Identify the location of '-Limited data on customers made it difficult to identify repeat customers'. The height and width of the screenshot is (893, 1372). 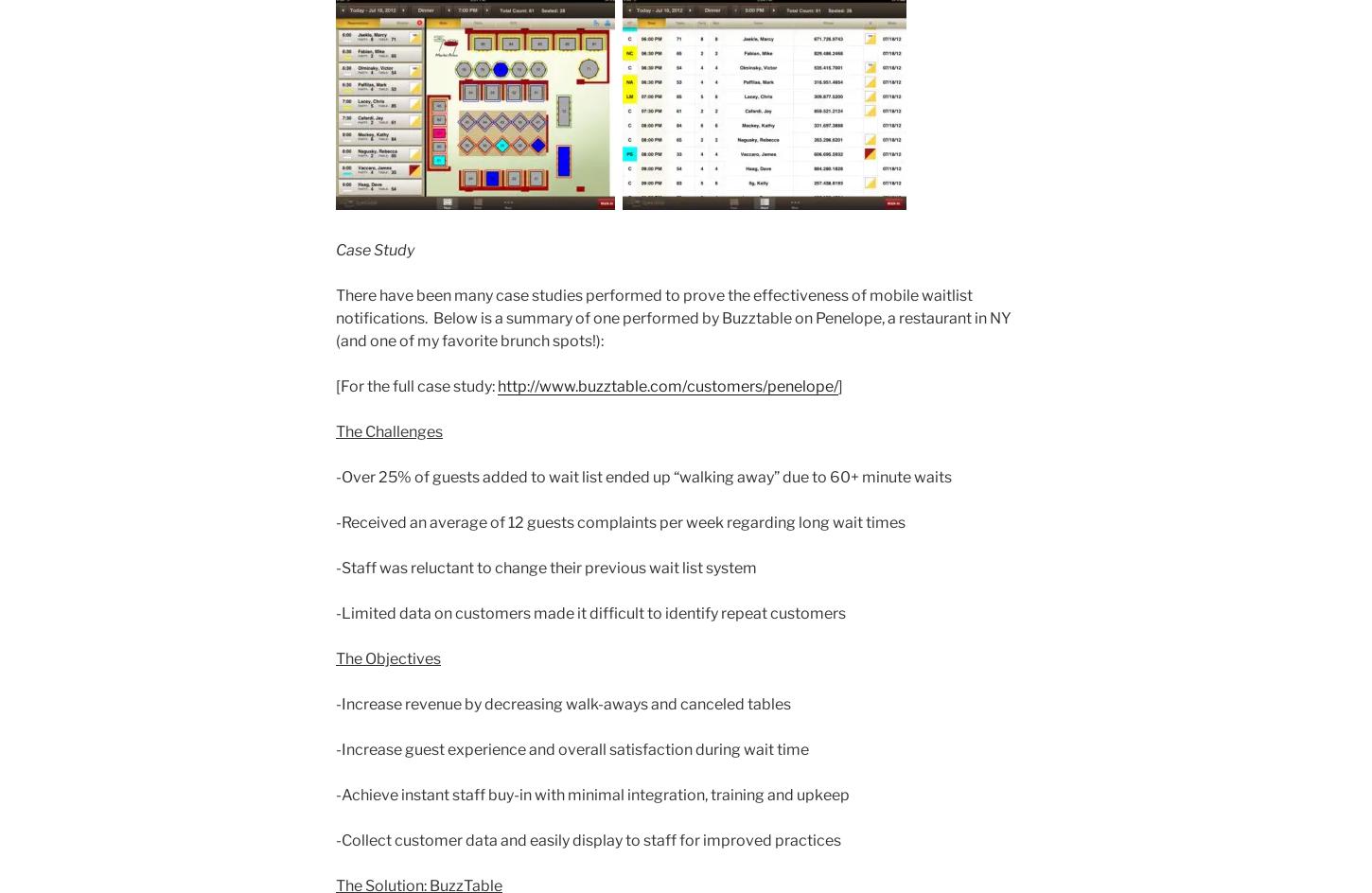
(589, 613).